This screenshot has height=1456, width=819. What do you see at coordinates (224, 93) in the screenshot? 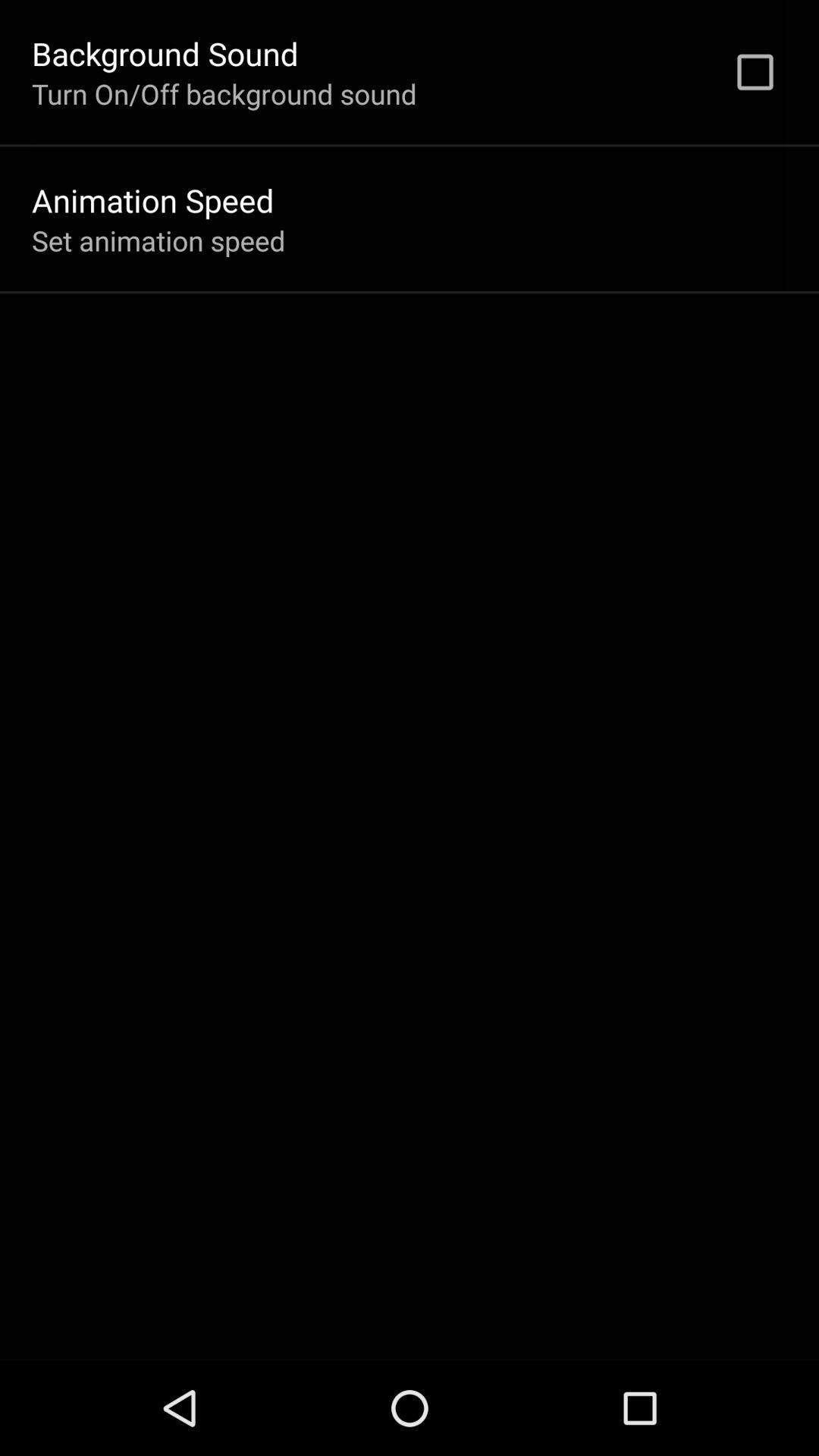
I see `turn on off icon` at bounding box center [224, 93].